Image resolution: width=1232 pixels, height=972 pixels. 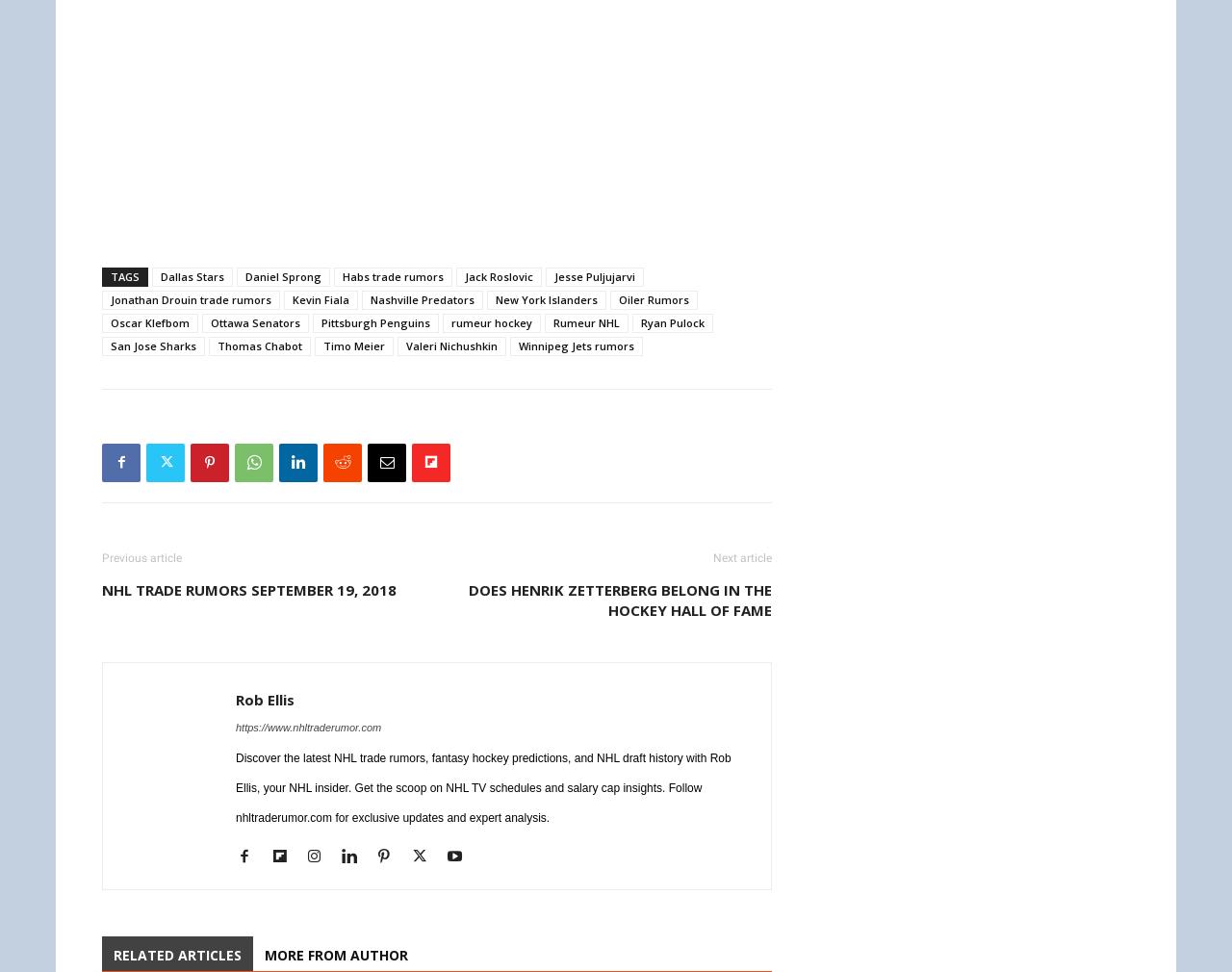 I want to click on 'Does Henrik Zetterberg belong in the Hockey Hall of Fame', so click(x=620, y=598).